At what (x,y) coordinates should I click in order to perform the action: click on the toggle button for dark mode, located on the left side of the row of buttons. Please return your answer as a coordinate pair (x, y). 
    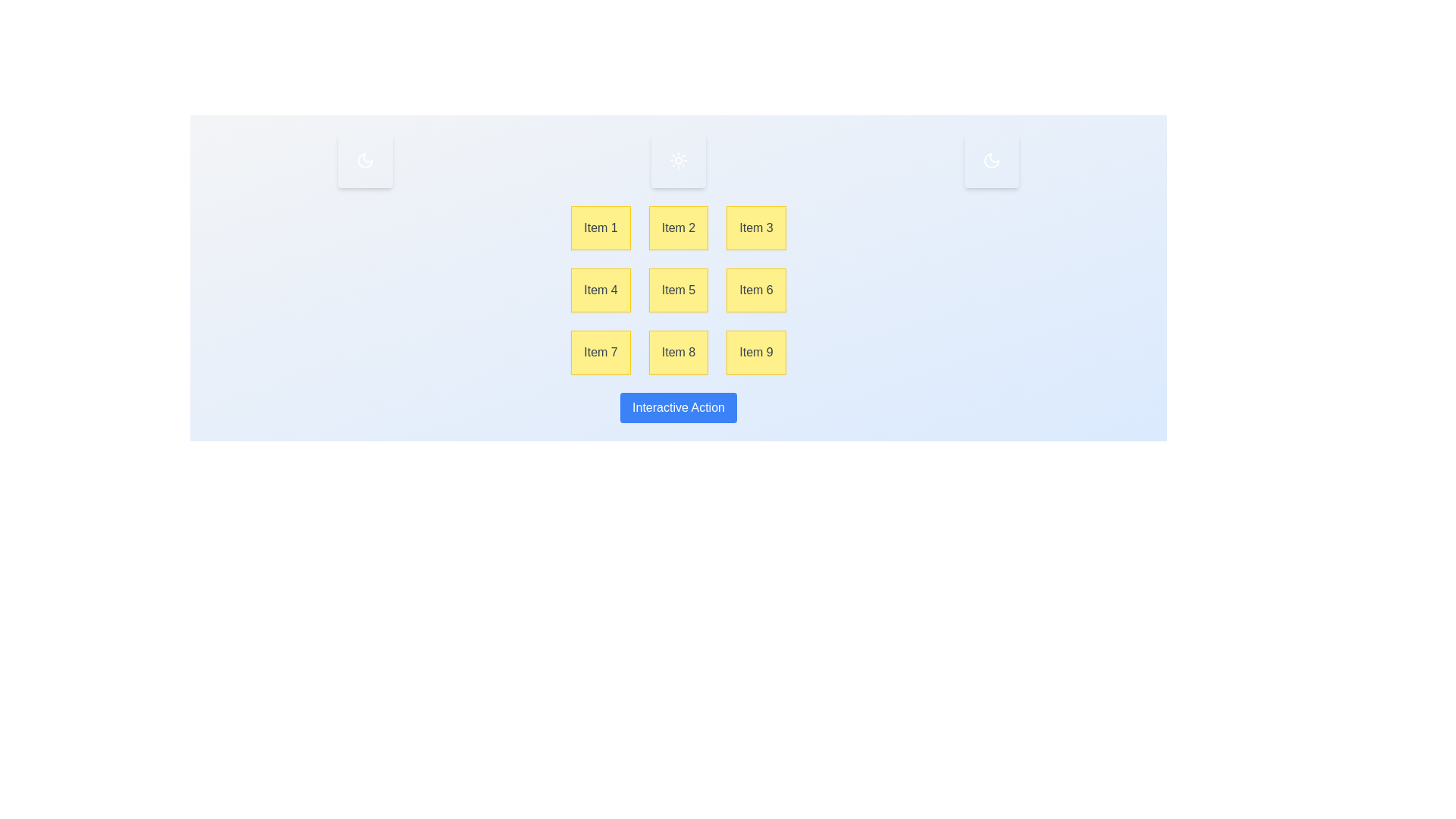
    Looking at the image, I should click on (365, 161).